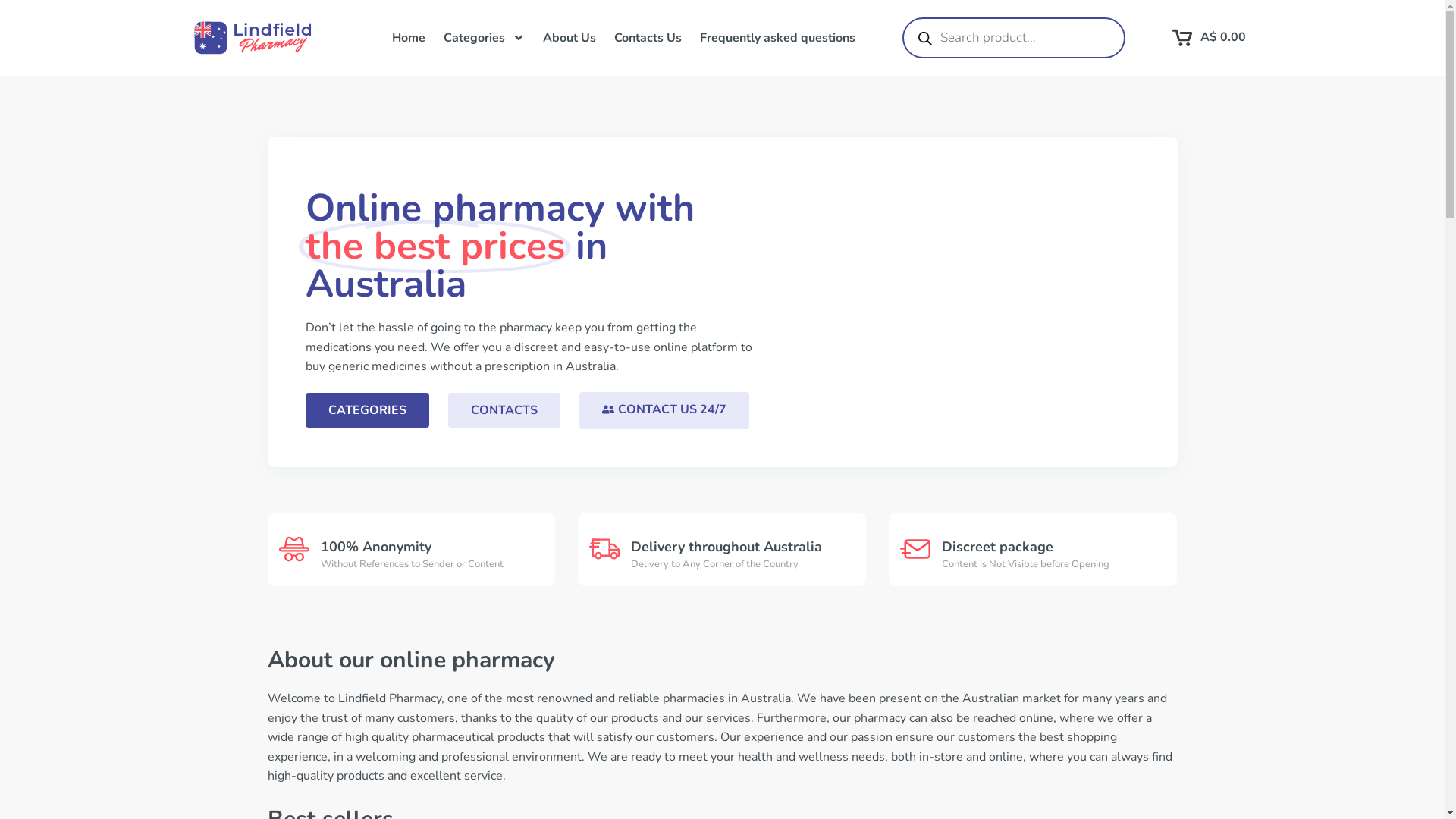  What do you see at coordinates (534, 37) in the screenshot?
I see `'About Us'` at bounding box center [534, 37].